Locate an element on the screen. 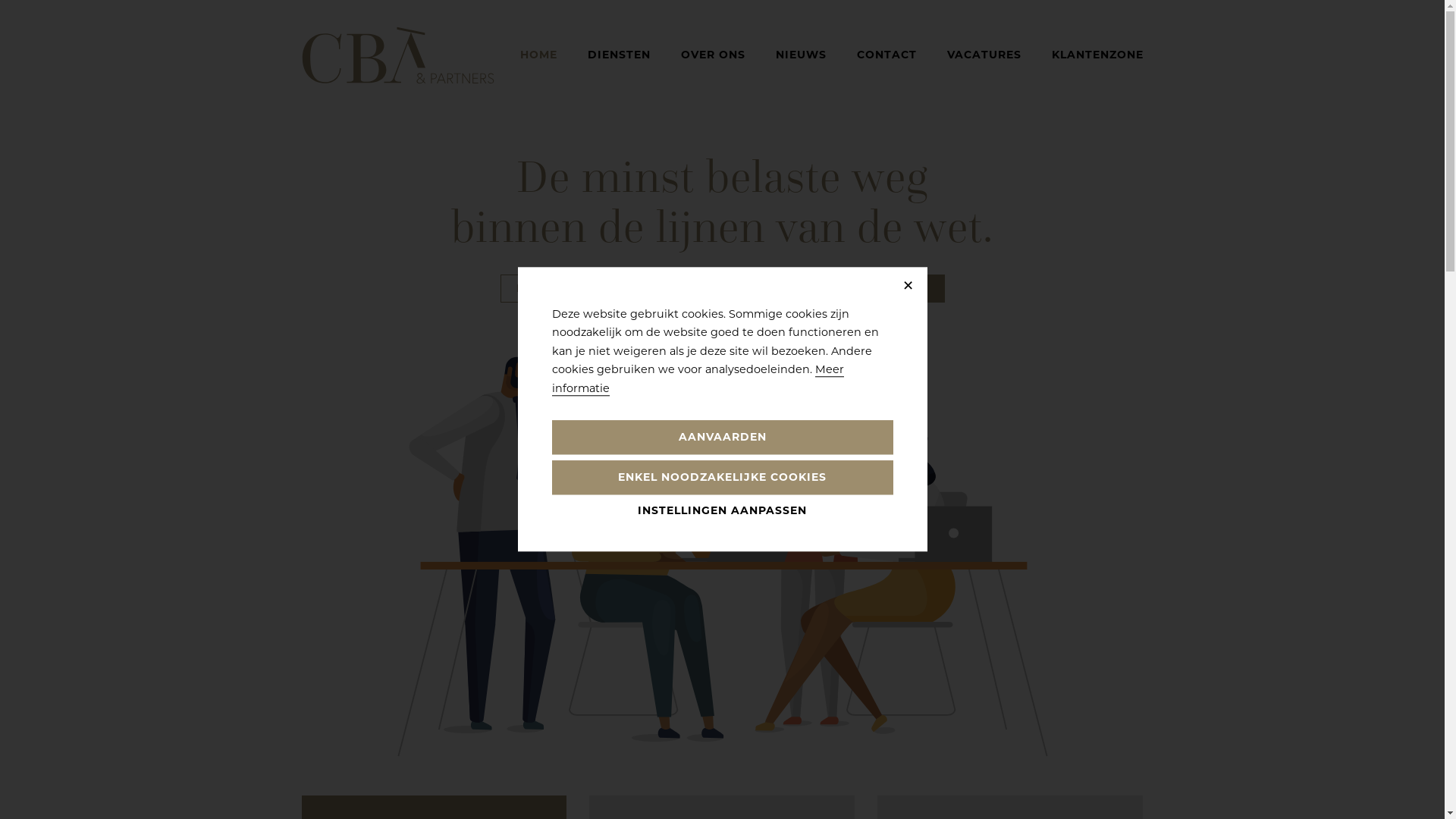 The width and height of the screenshot is (1456, 819). 'Meer informatie' is located at coordinates (697, 378).